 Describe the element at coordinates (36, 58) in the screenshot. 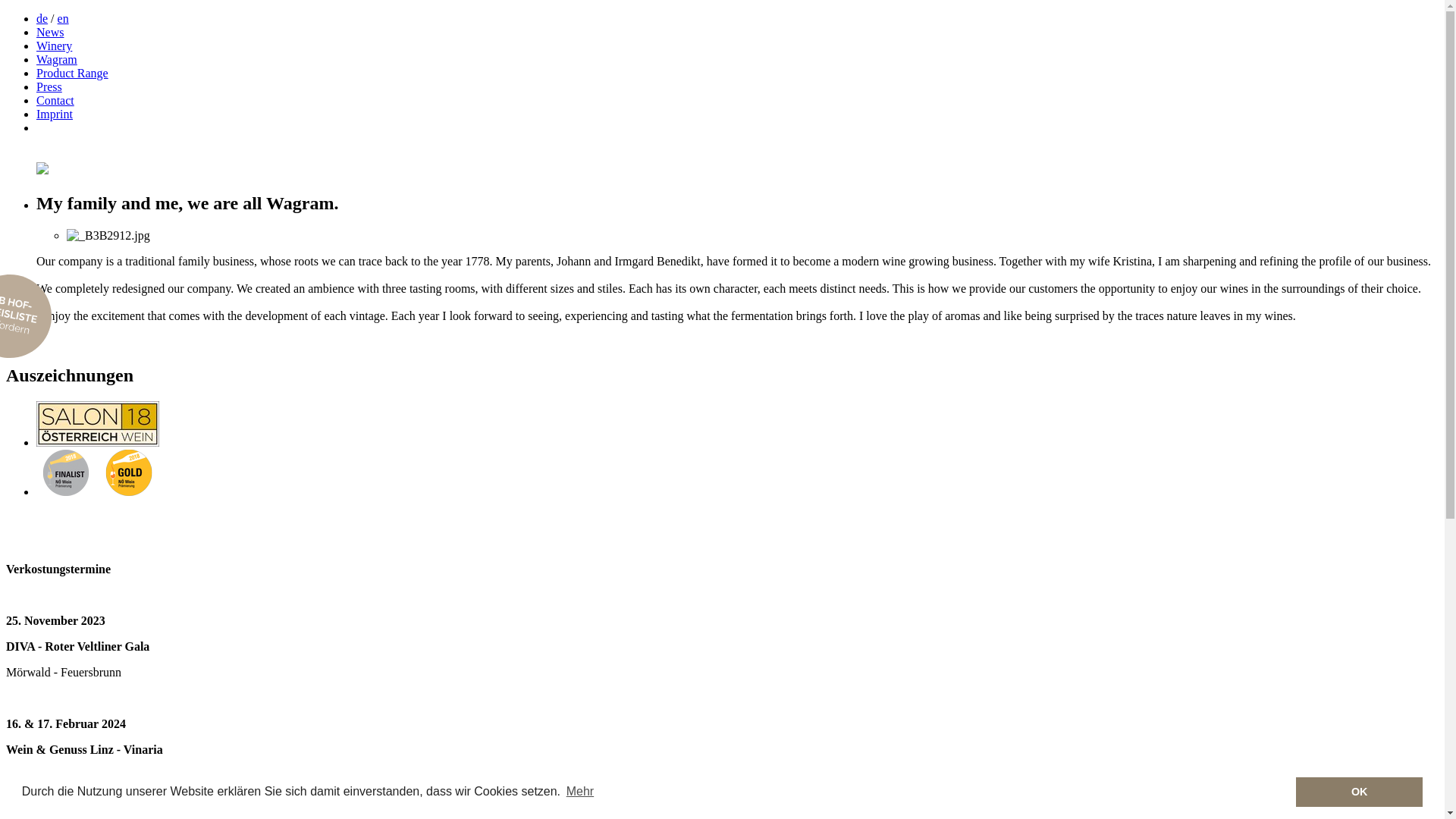

I see `'Wagram'` at that location.